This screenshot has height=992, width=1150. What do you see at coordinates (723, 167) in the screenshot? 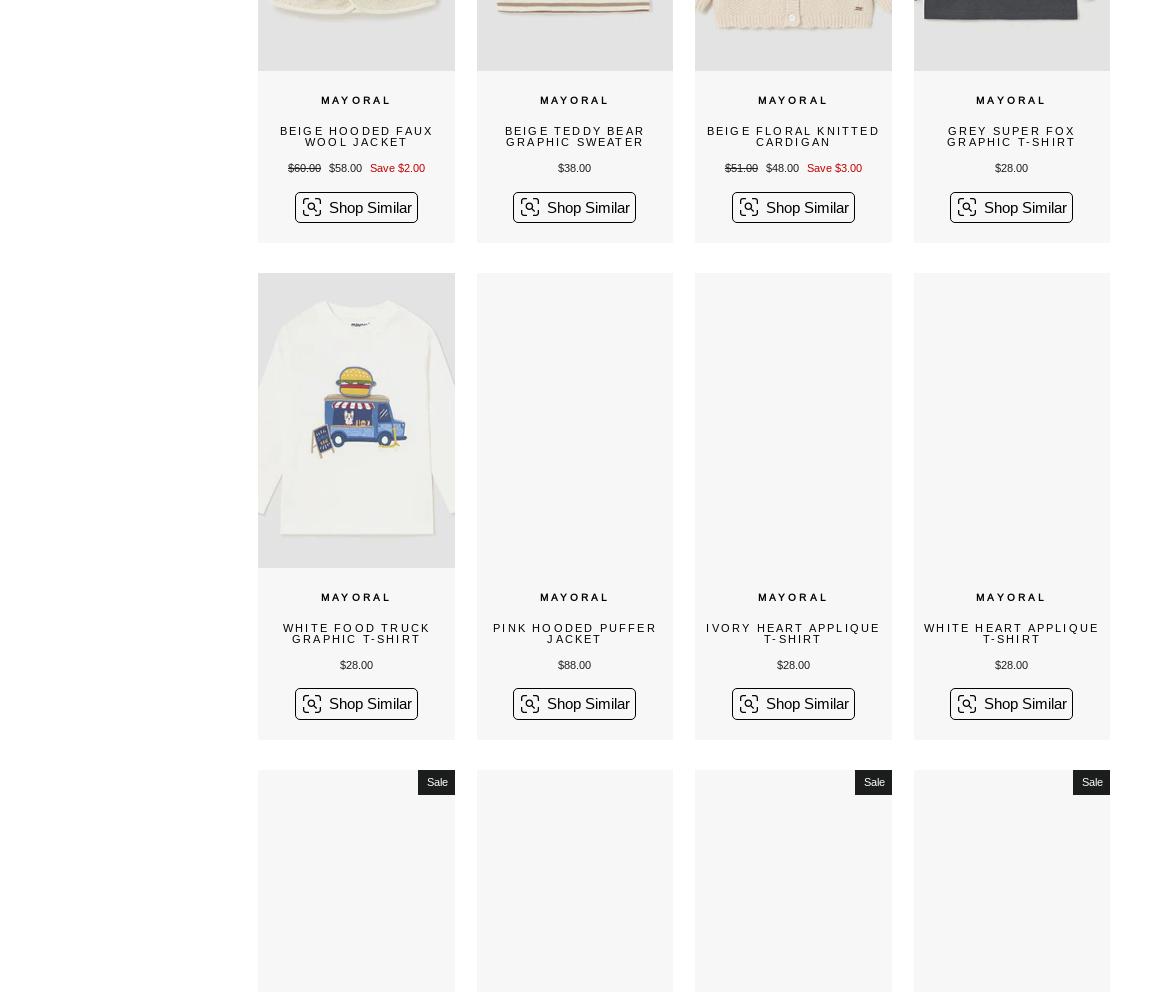
I see `'$51.00'` at bounding box center [723, 167].